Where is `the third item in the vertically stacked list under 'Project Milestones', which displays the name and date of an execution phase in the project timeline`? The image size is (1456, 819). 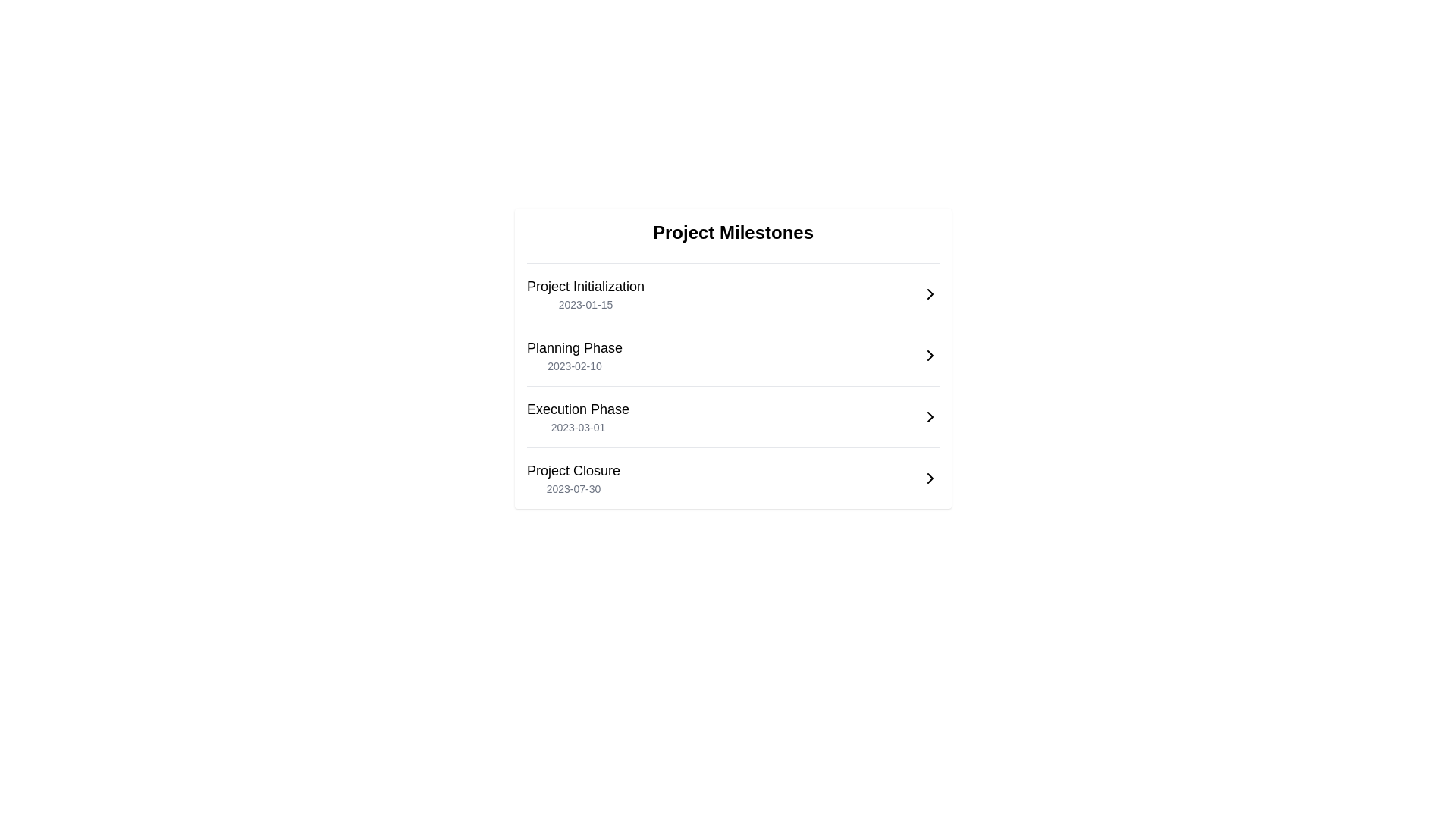 the third item in the vertically stacked list under 'Project Milestones', which displays the name and date of an execution phase in the project timeline is located at coordinates (577, 417).